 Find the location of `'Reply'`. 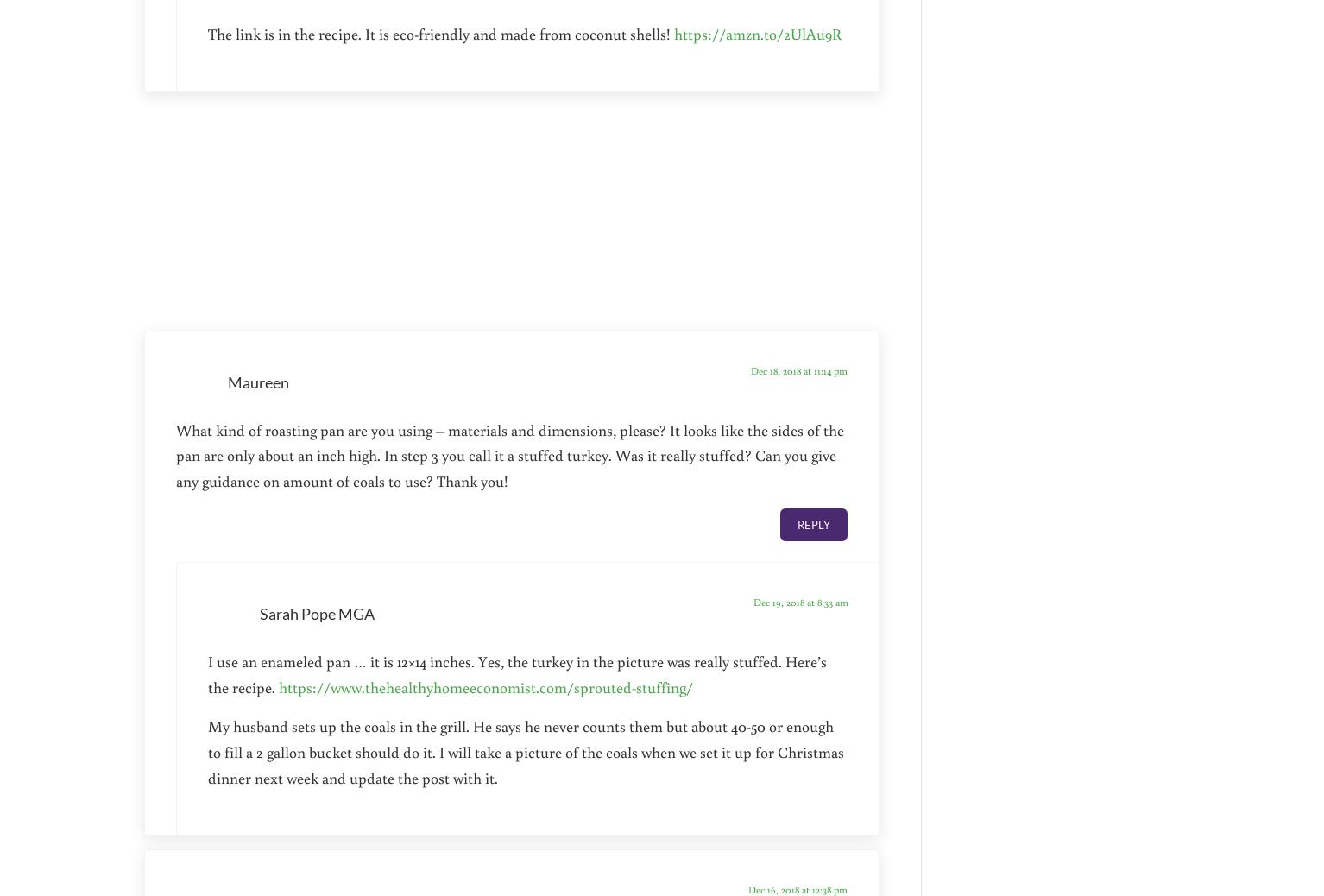

'Reply' is located at coordinates (812, 523).